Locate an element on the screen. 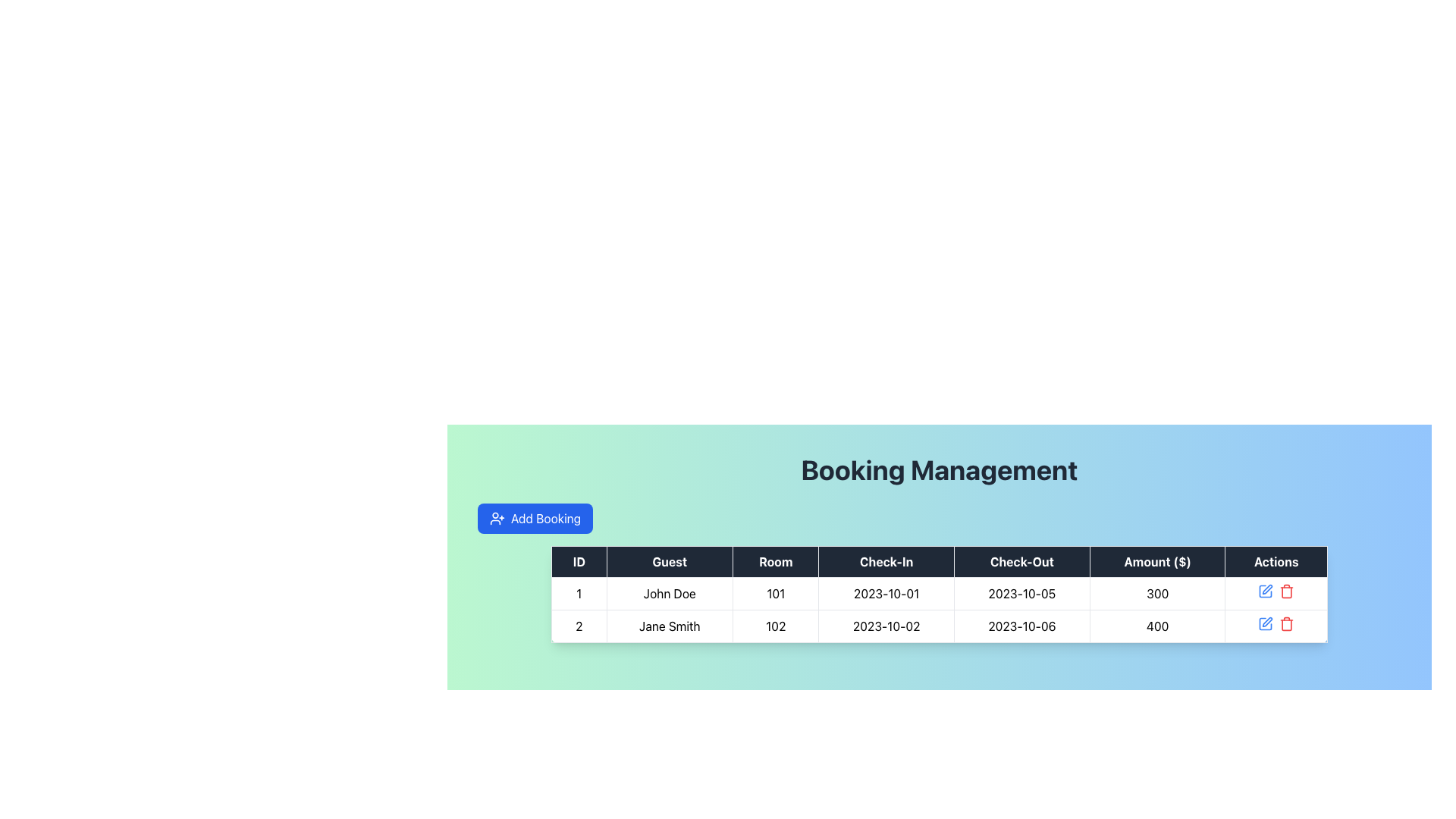  the delete icon in the Actions section of the second row in the table is located at coordinates (1286, 623).